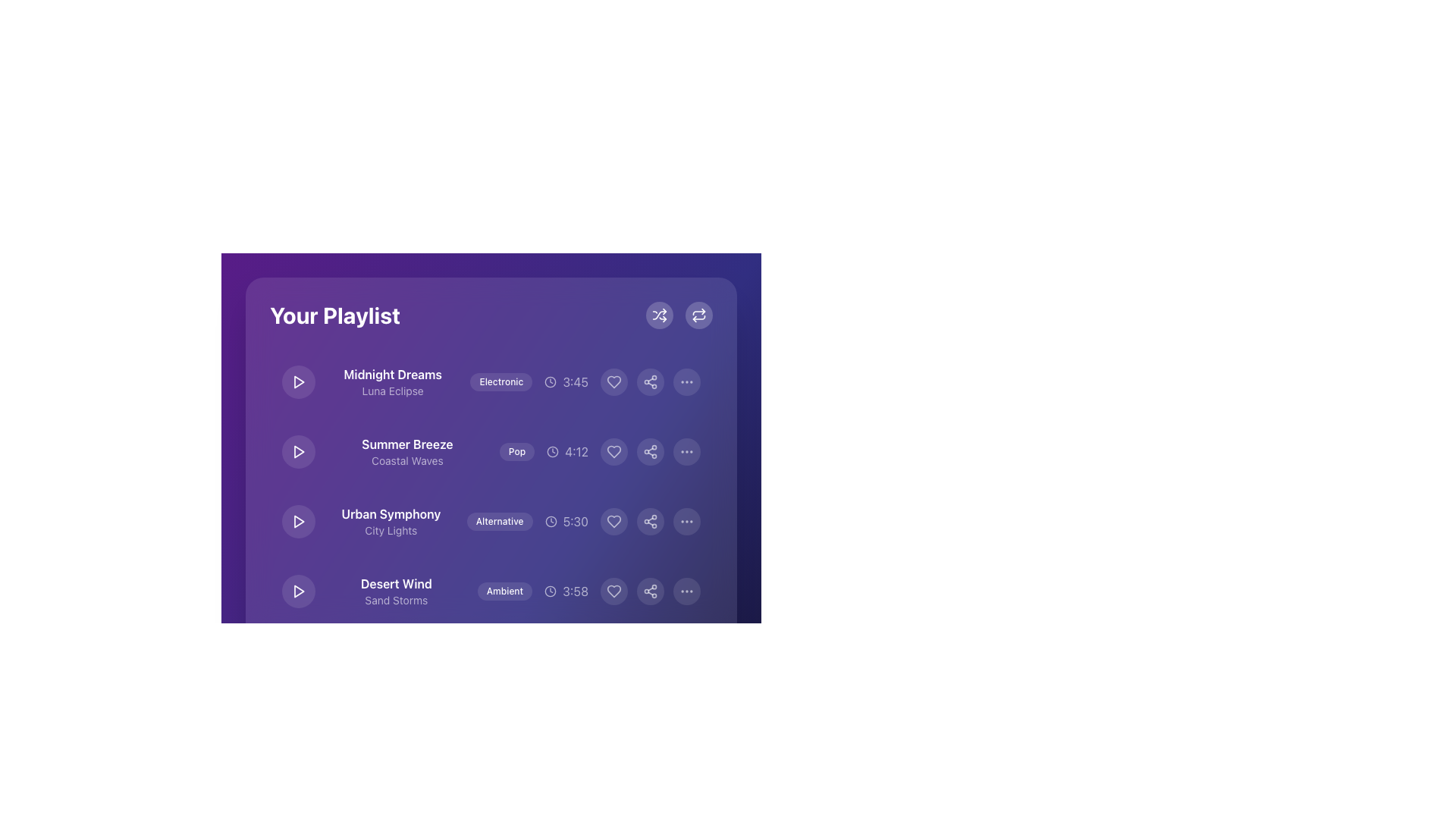  What do you see at coordinates (686, 660) in the screenshot?
I see `the circular cluster button with three dots at the end of the third row of controls in the playlist interface` at bounding box center [686, 660].